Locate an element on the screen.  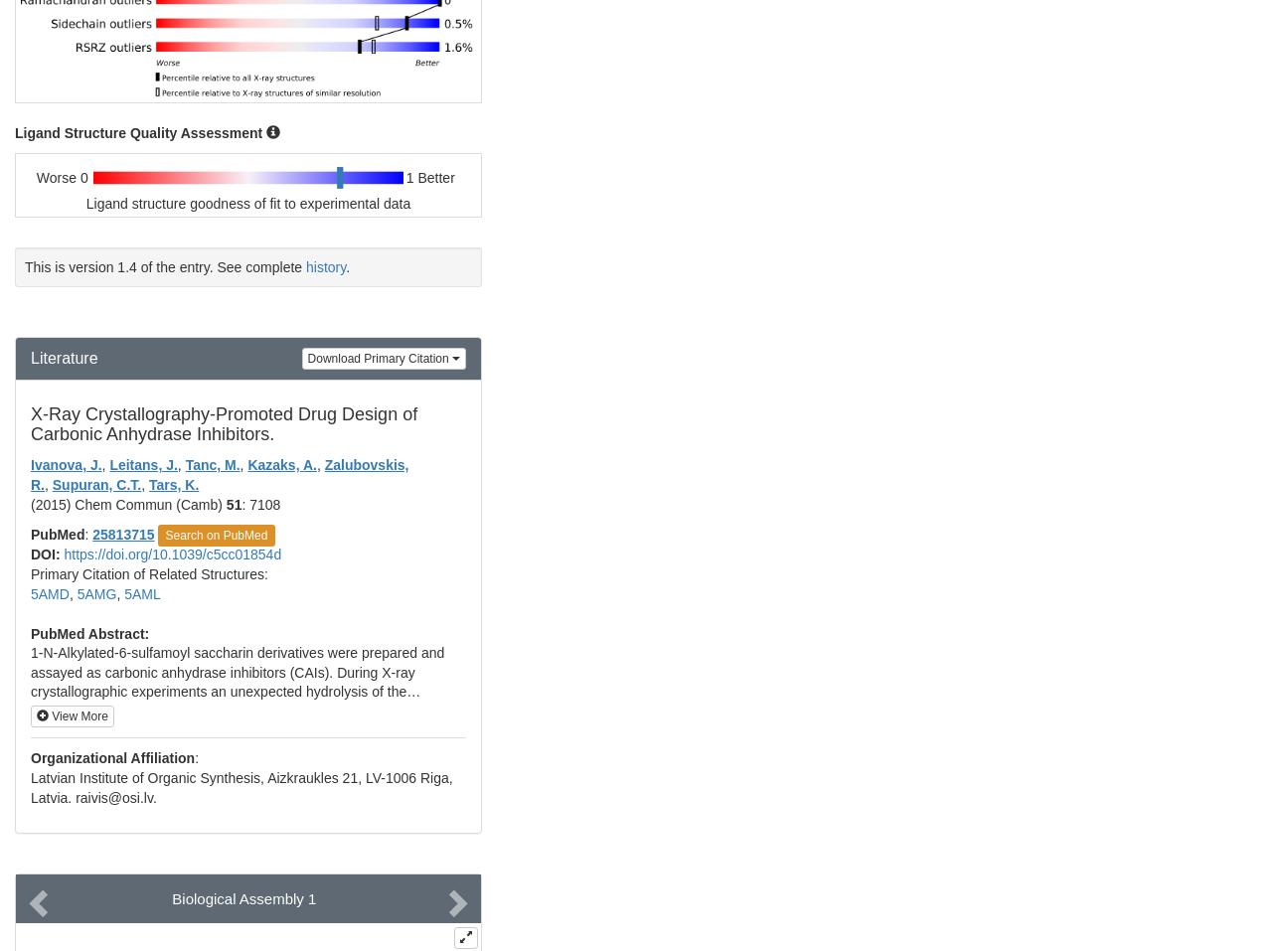
'X-Ray Crystallography-Promoted Drug Design of Carbonic Anhydrase Inhibitors.' is located at coordinates (223, 423).